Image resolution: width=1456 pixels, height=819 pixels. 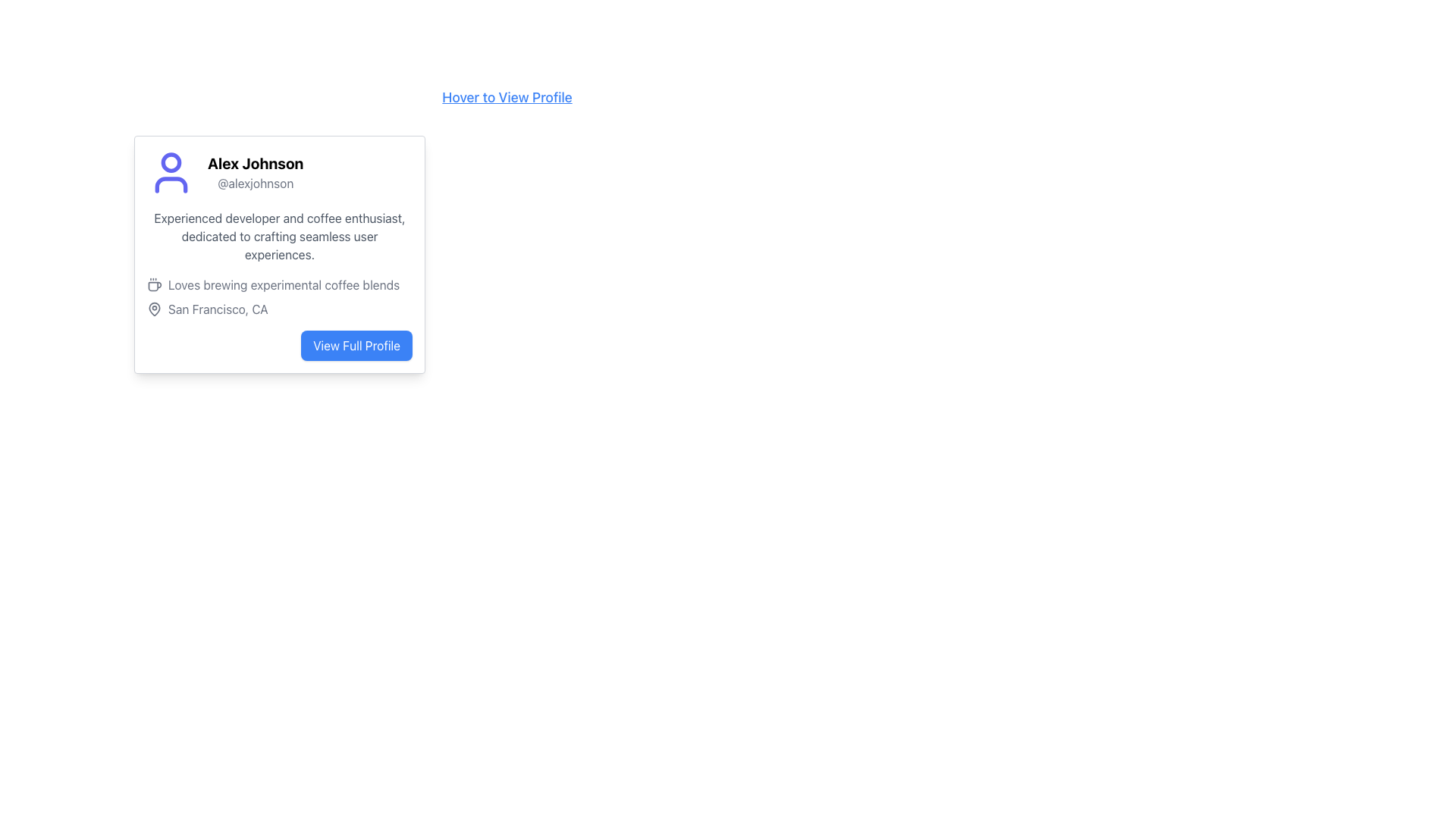 What do you see at coordinates (154, 309) in the screenshot?
I see `the location marker icon associated with the text 'San Francisco, CA', which is located on the left side of the text within the lower section of the user information card` at bounding box center [154, 309].